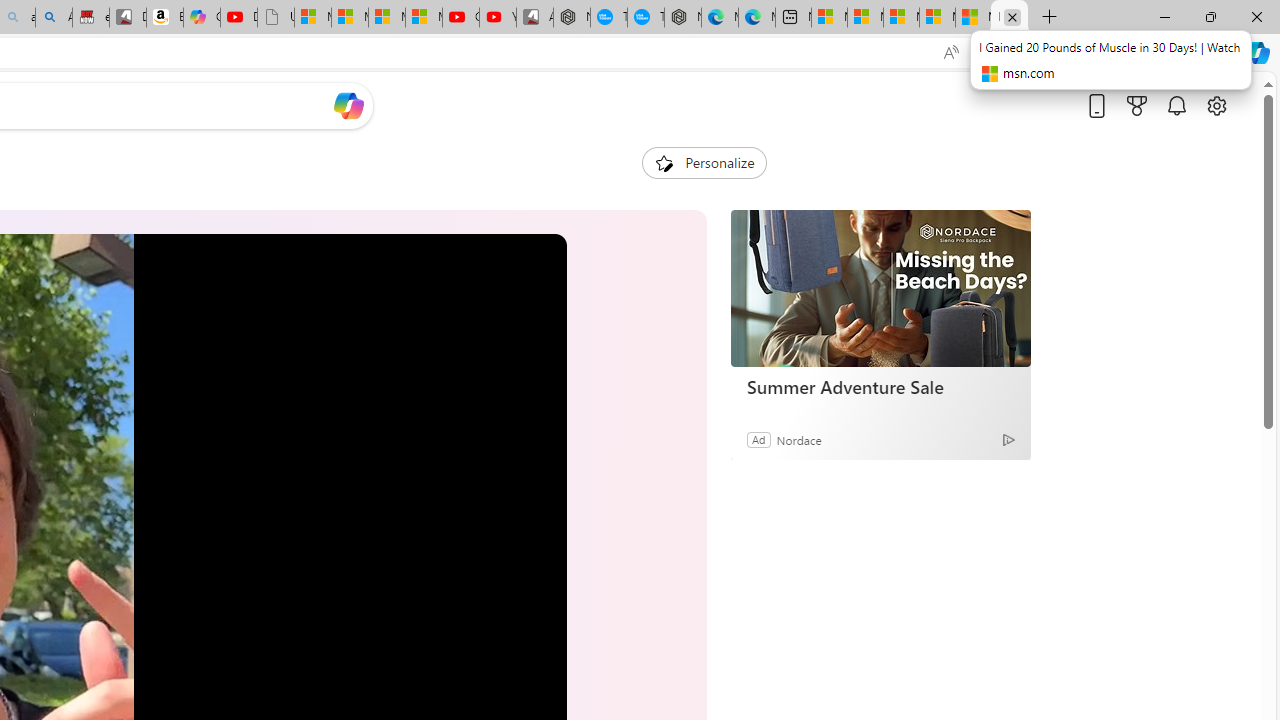  I want to click on 'Ad Choice', so click(1008, 438).